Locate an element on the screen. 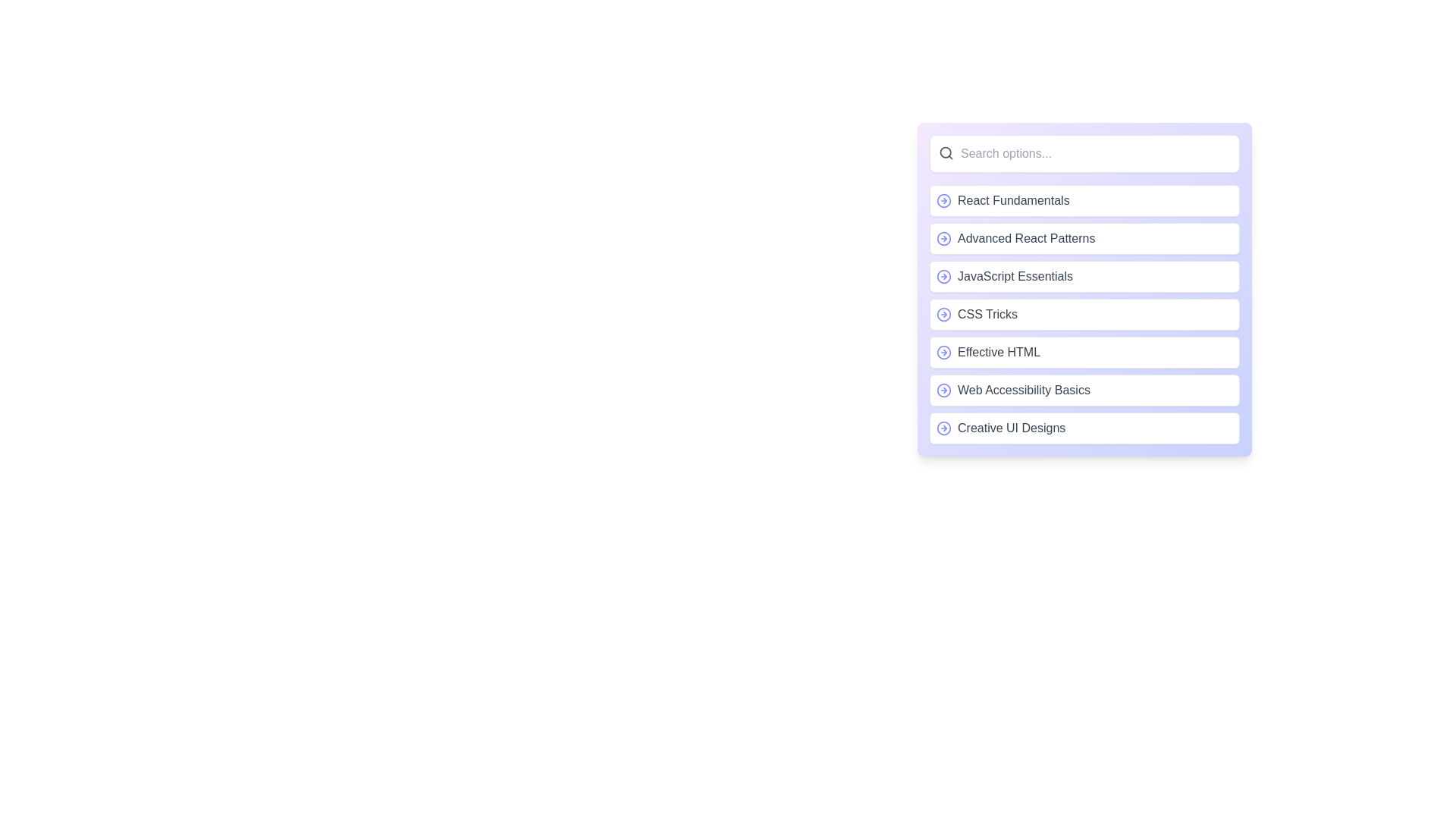 Image resolution: width=1456 pixels, height=819 pixels. the icon indicating navigation for 'JavaScript Essentials', positioned at the beginning of the list item is located at coordinates (943, 277).